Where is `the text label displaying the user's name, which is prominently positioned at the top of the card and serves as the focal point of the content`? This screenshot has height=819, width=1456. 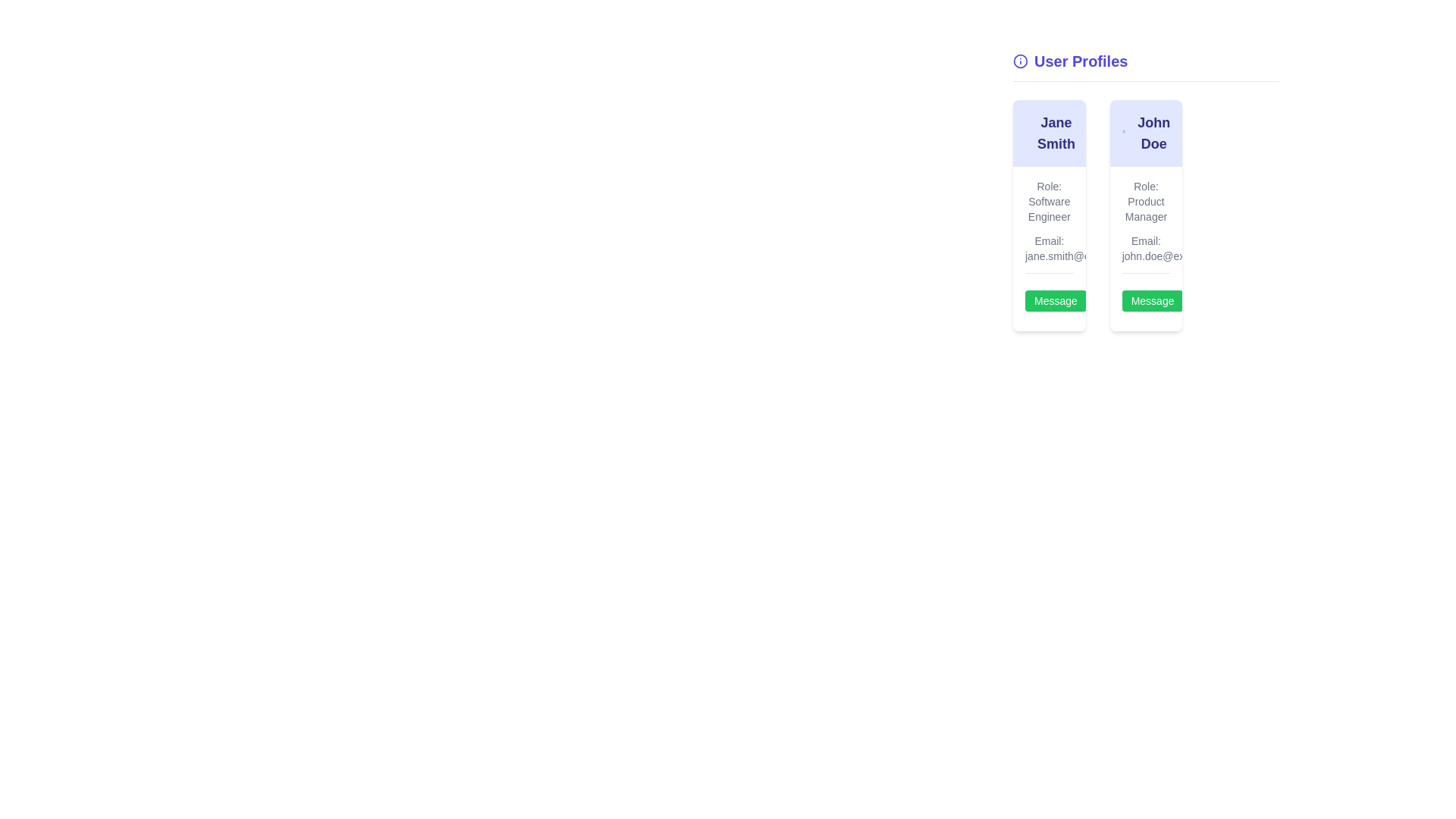
the text label displaying the user's name, which is prominently positioned at the top of the card and serves as the focal point of the content is located at coordinates (1055, 133).